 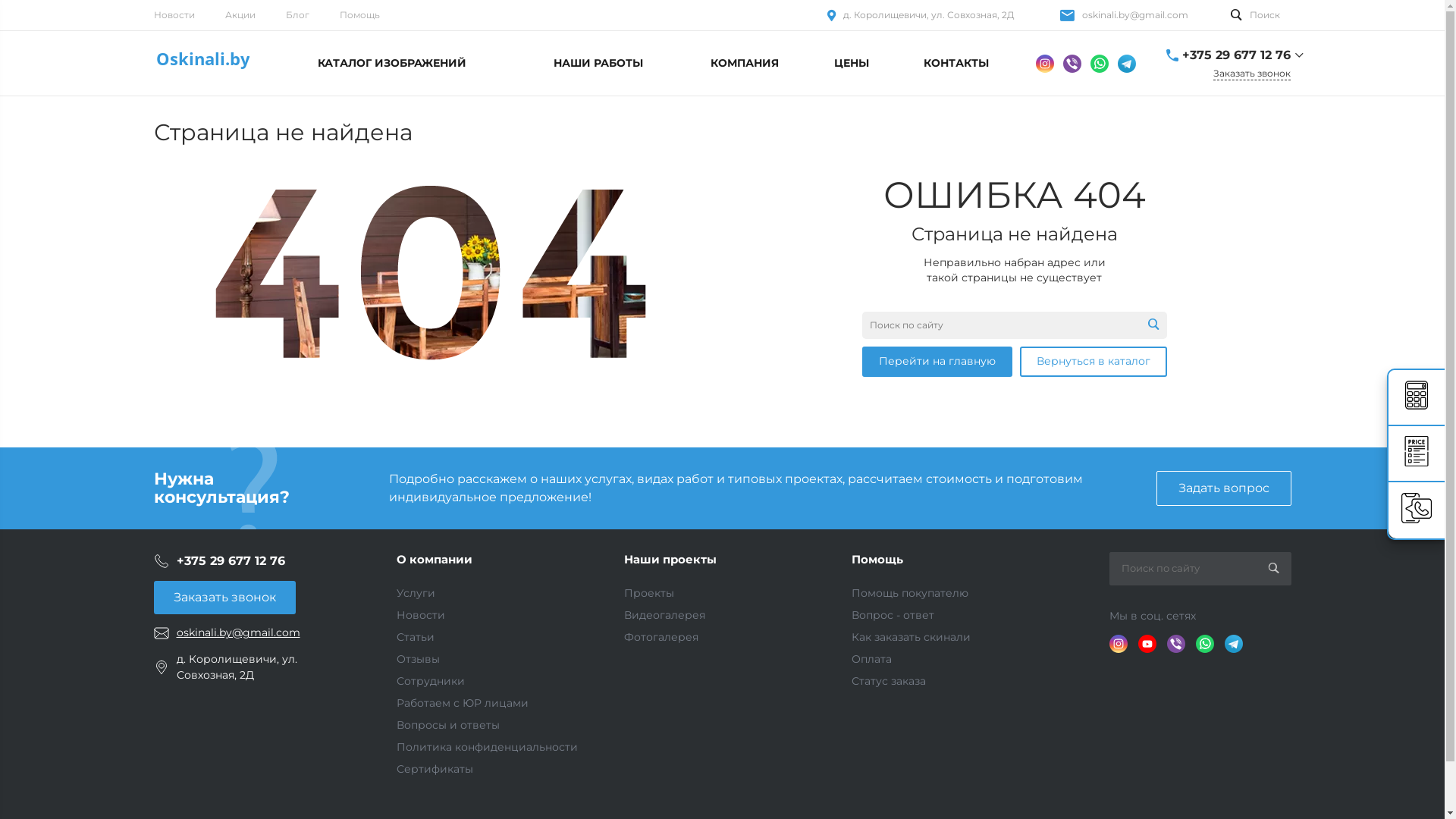 What do you see at coordinates (1235, 55) in the screenshot?
I see `'+375 29 677 12 76'` at bounding box center [1235, 55].